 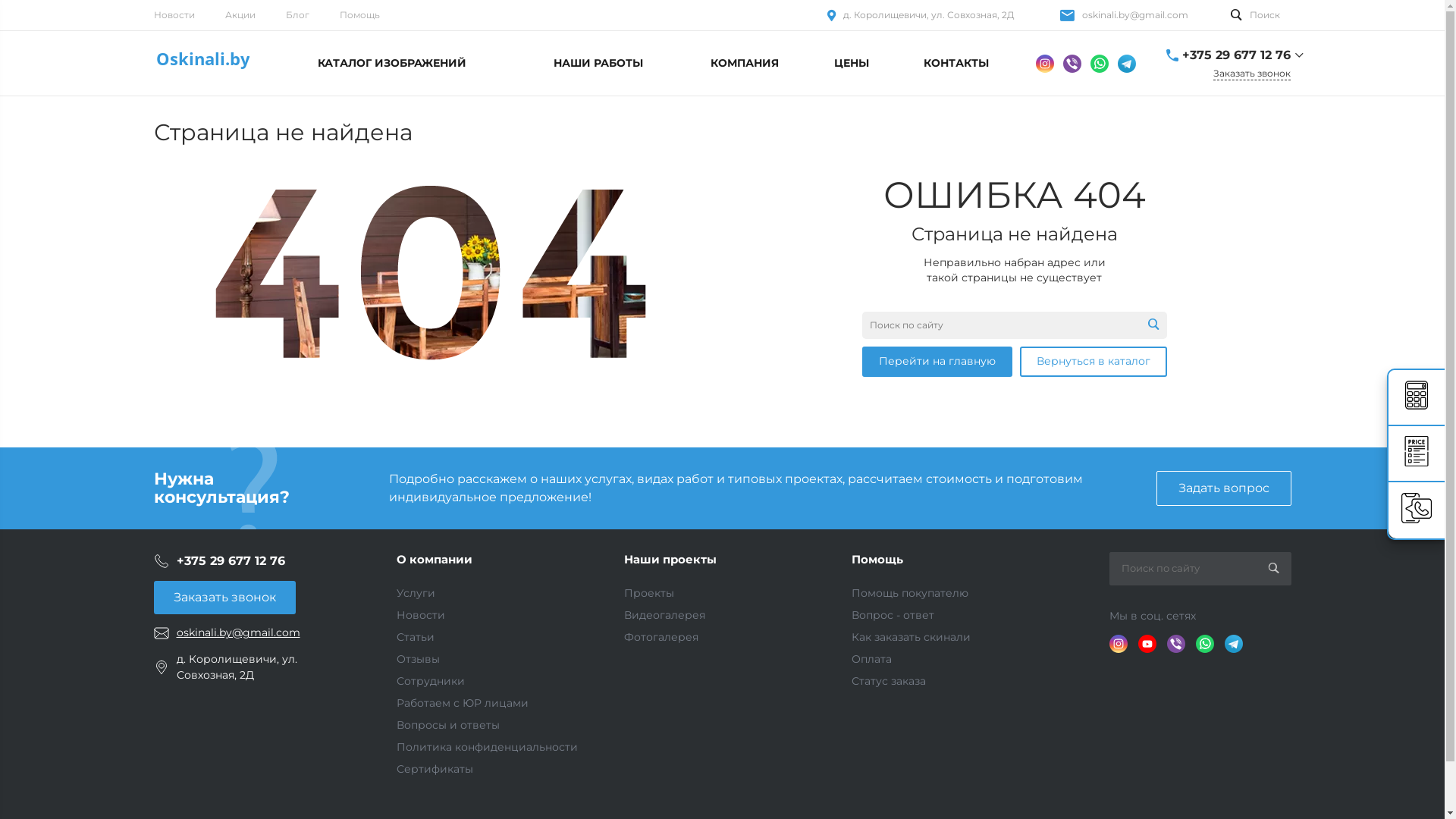 What do you see at coordinates (1235, 55) in the screenshot?
I see `'+375 29 677 12 76'` at bounding box center [1235, 55].